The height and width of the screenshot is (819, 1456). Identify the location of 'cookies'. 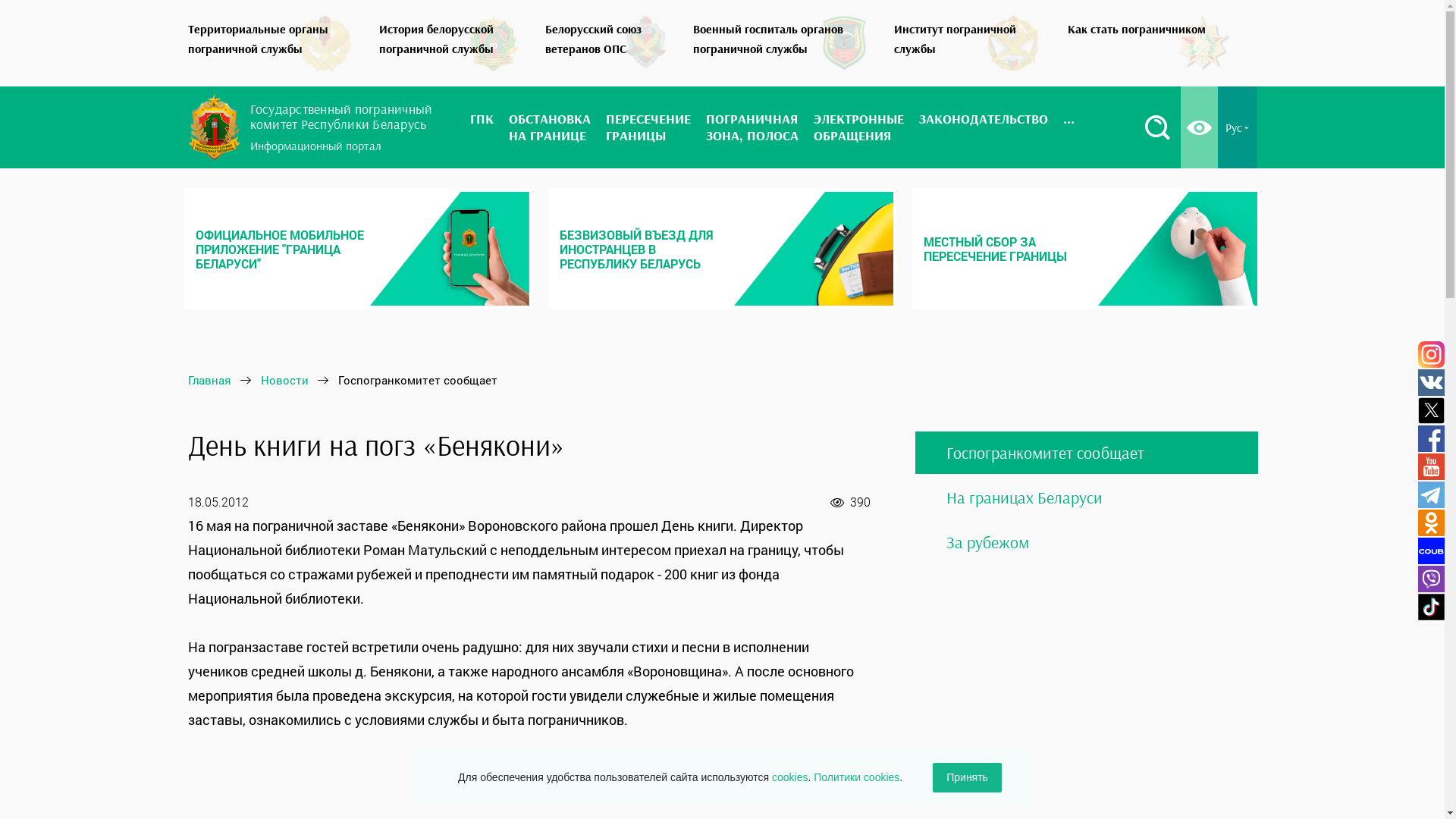
(771, 777).